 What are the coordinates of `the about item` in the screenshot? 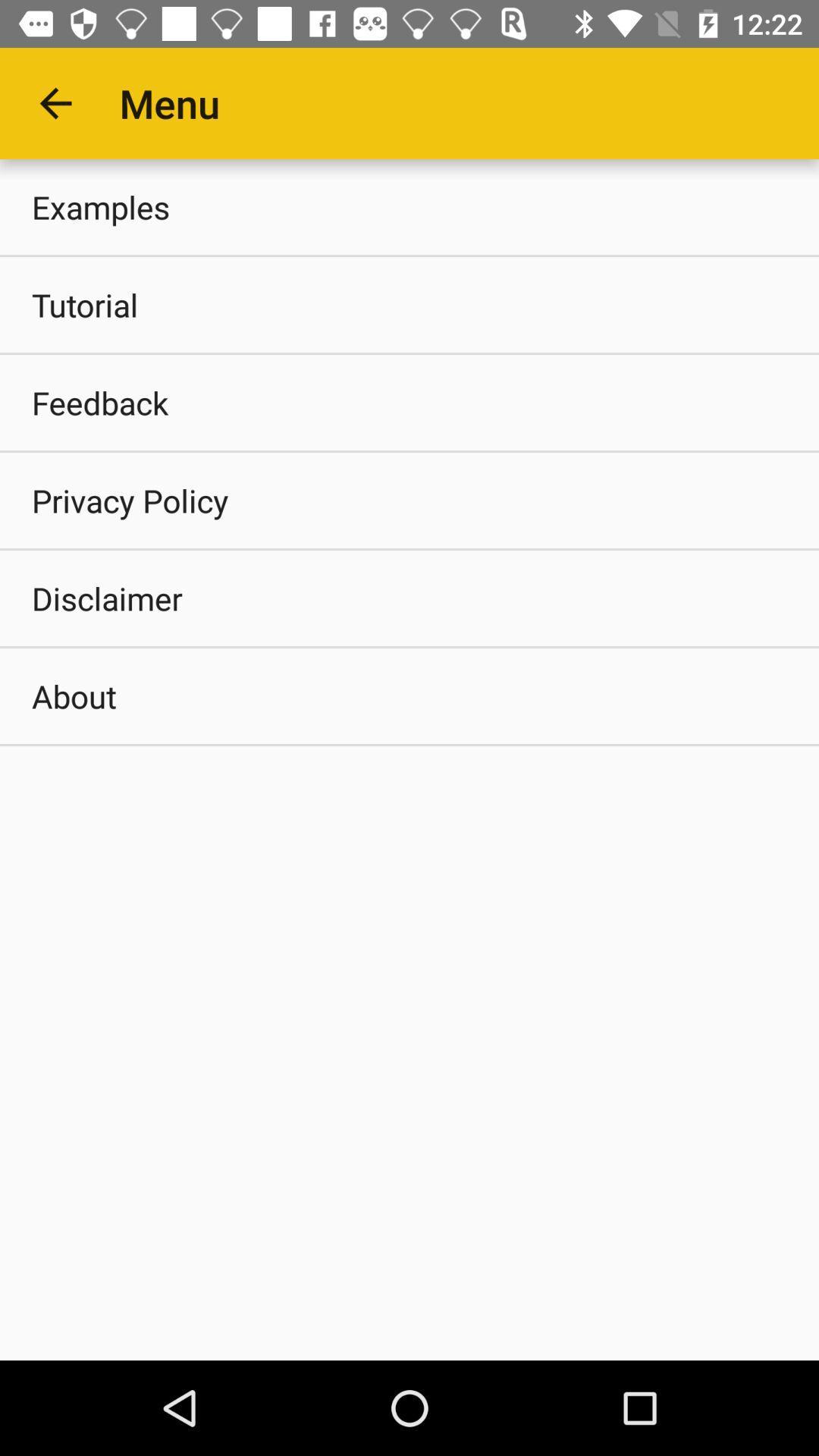 It's located at (409, 695).